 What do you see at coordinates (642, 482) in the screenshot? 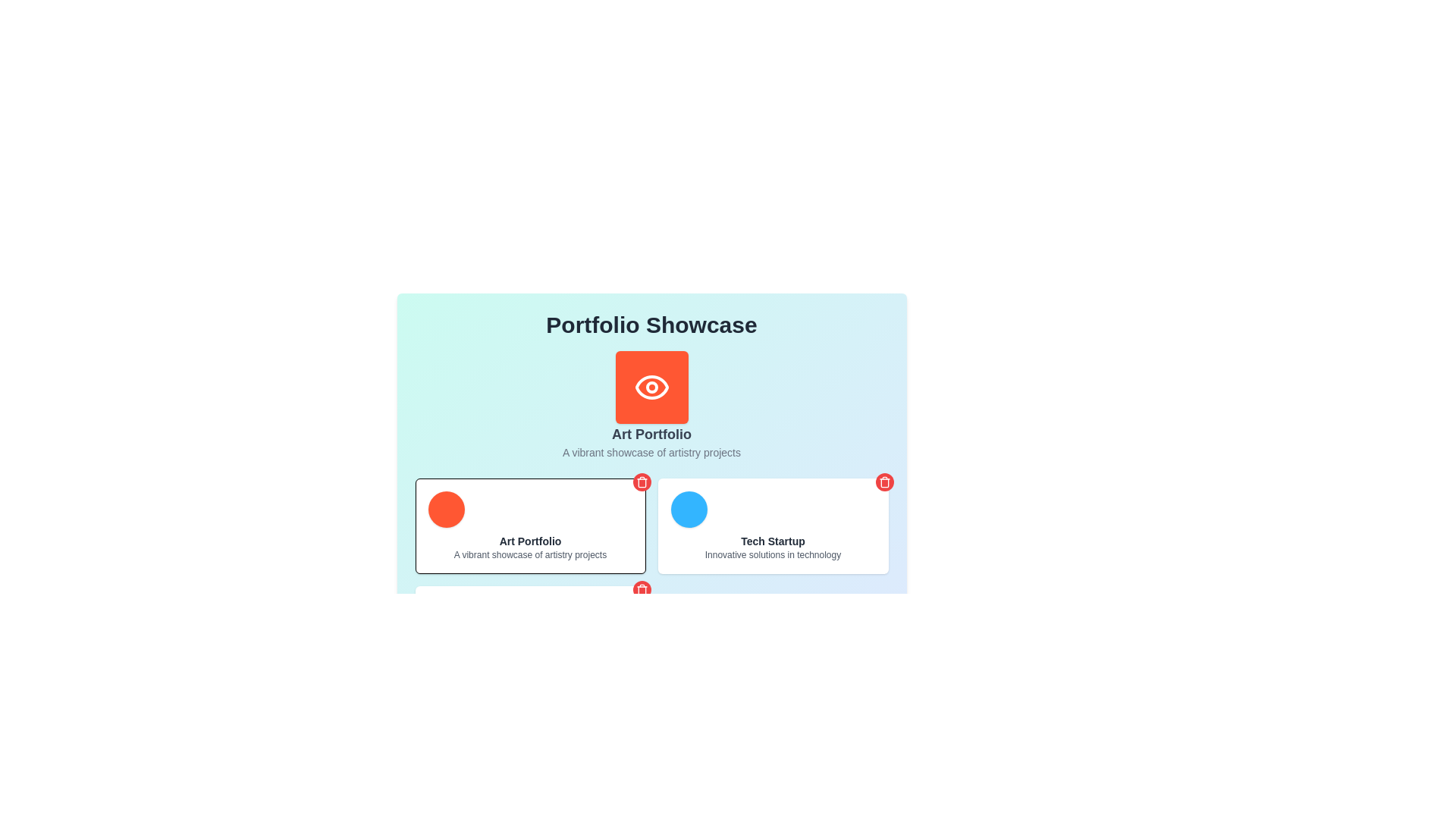
I see `the trash bin icon button located at the top-right corner of the 'Art Portfolio' card` at bounding box center [642, 482].